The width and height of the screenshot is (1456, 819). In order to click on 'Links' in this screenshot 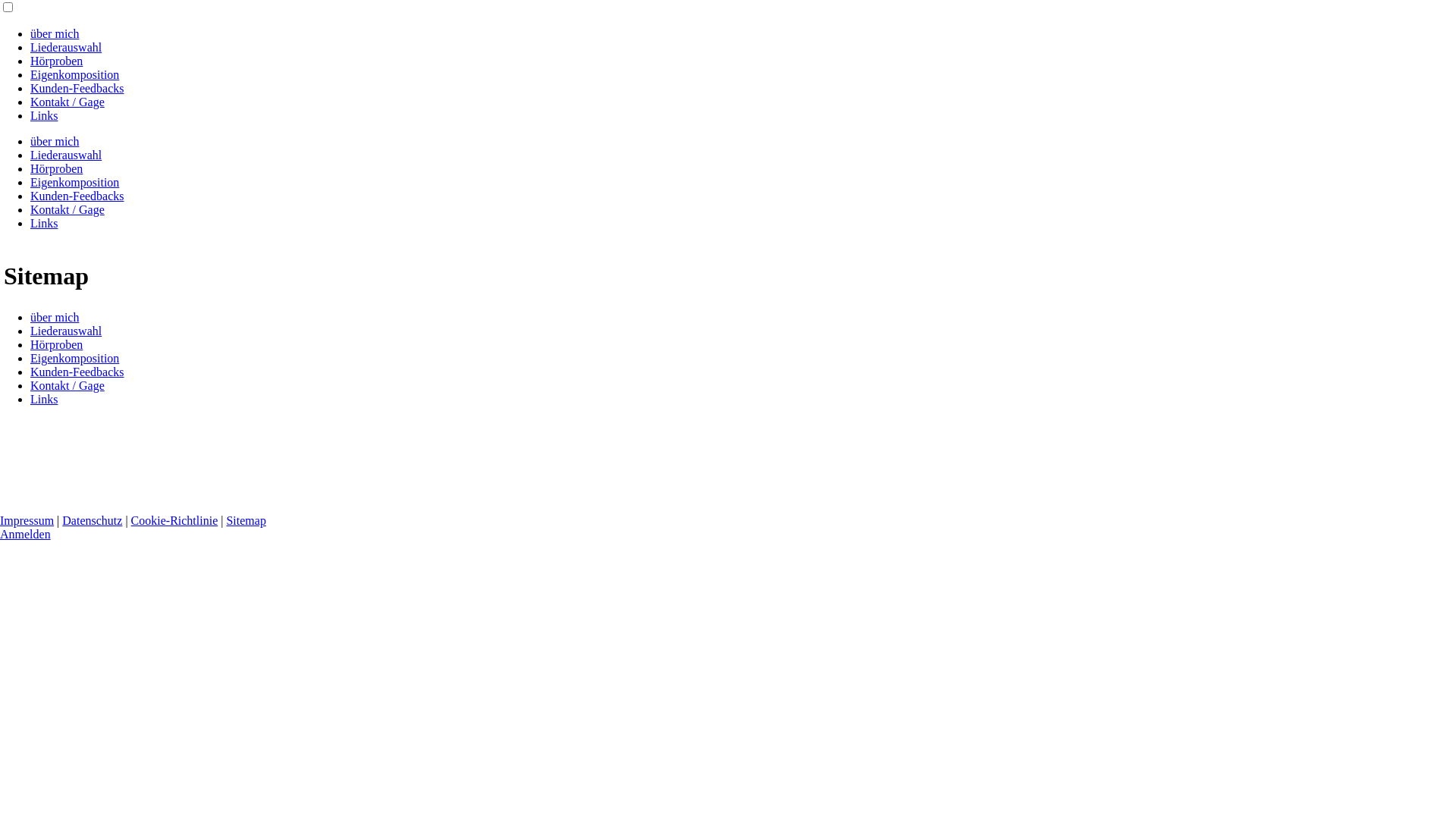, I will do `click(43, 115)`.